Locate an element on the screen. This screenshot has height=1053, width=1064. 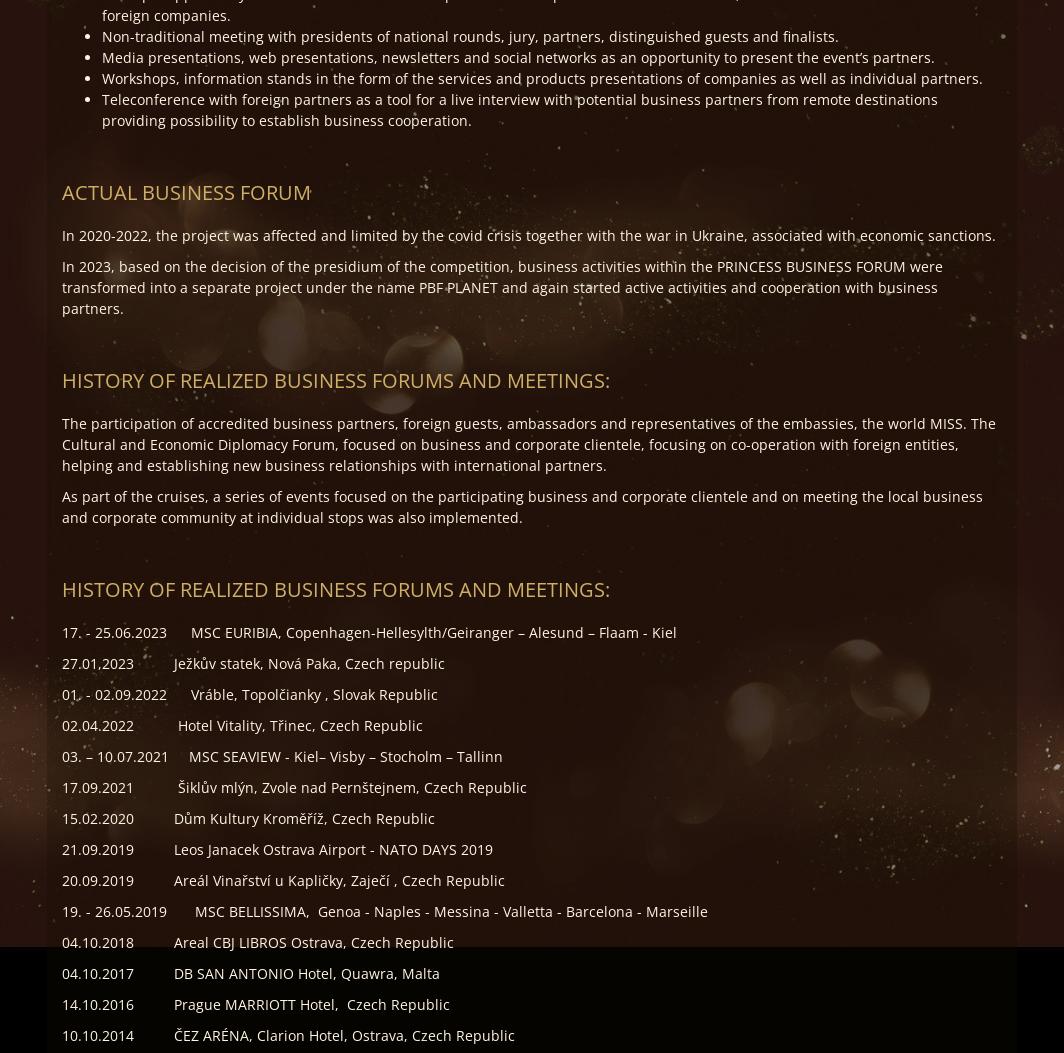
'04.10.2018          Areal CBJ LIBROS Ostrava, Czech Republic' is located at coordinates (62, 941).